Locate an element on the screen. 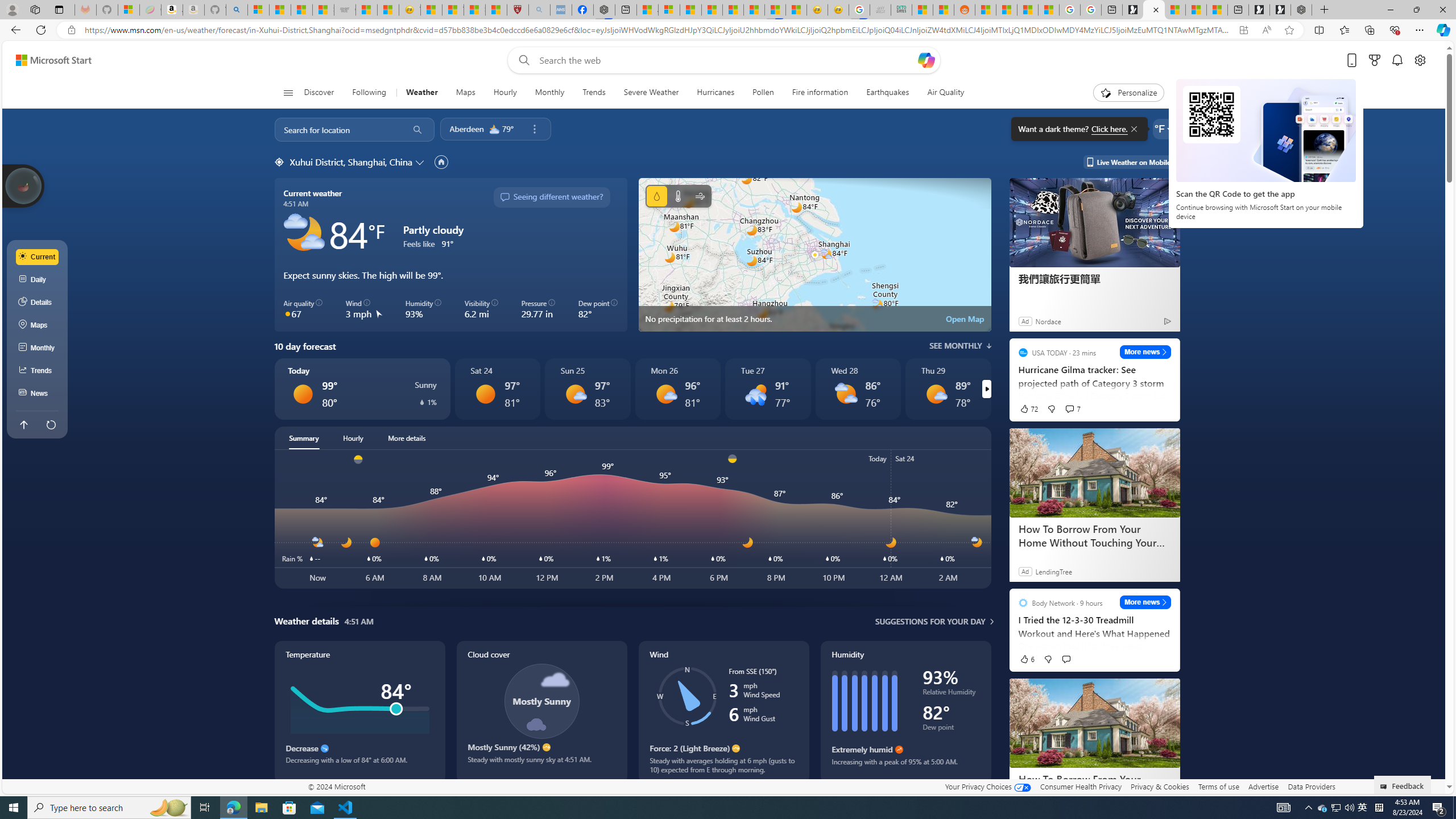  'See Monthly' is located at coordinates (959, 346).